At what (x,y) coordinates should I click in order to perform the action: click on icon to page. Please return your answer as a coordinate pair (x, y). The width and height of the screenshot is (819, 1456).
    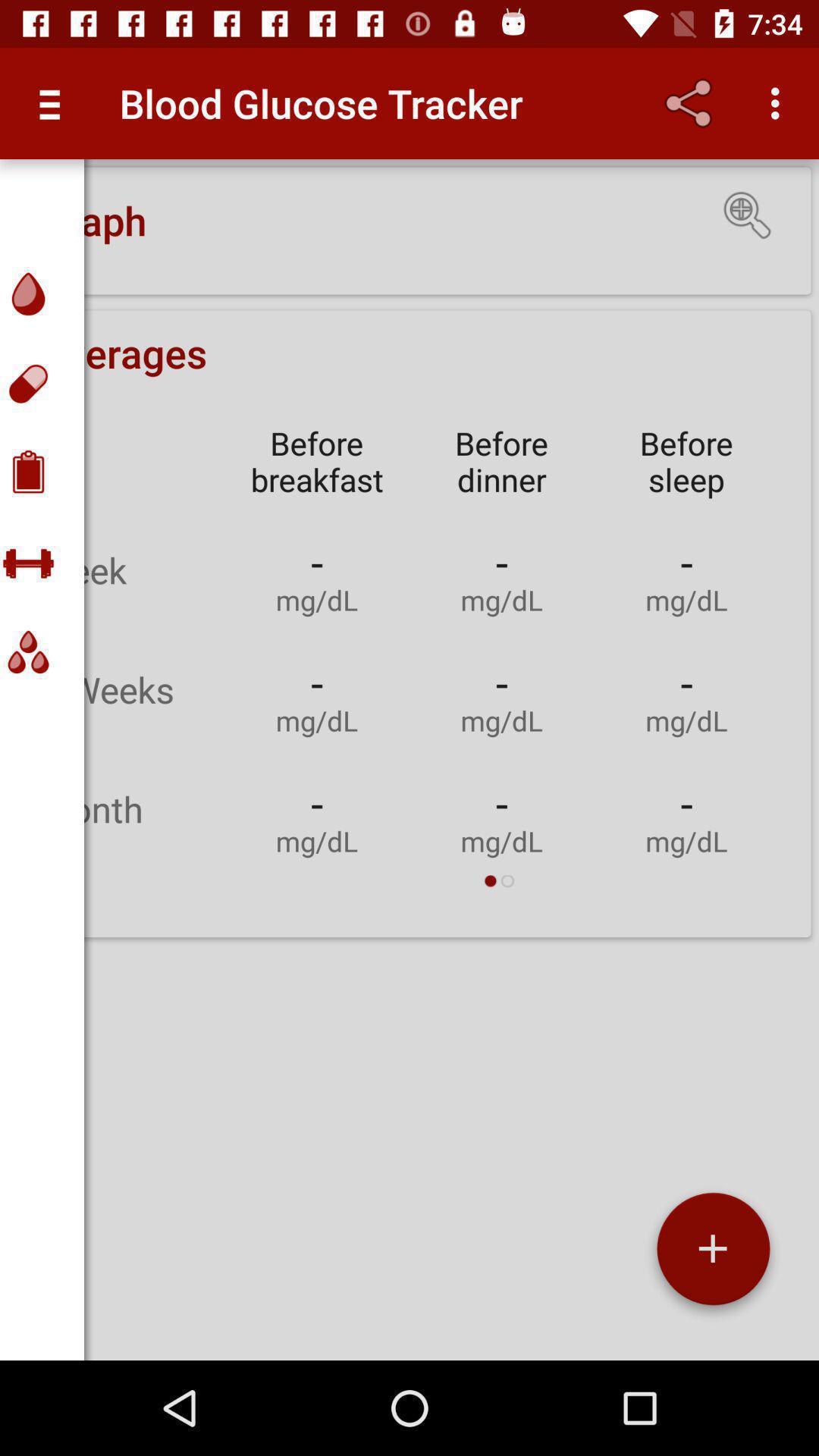
    Looking at the image, I should click on (713, 1254).